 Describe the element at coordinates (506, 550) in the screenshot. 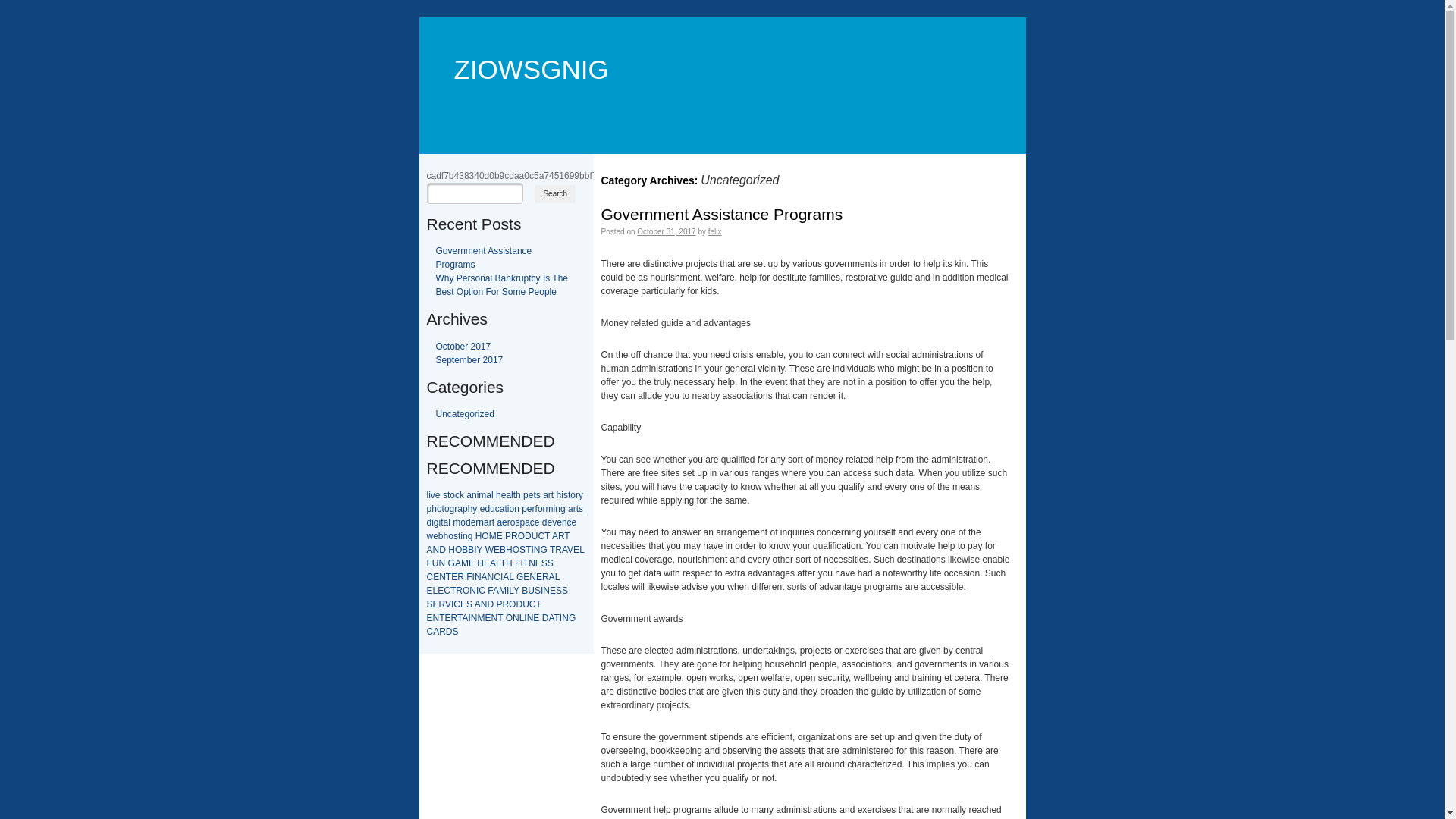

I see `'H'` at that location.